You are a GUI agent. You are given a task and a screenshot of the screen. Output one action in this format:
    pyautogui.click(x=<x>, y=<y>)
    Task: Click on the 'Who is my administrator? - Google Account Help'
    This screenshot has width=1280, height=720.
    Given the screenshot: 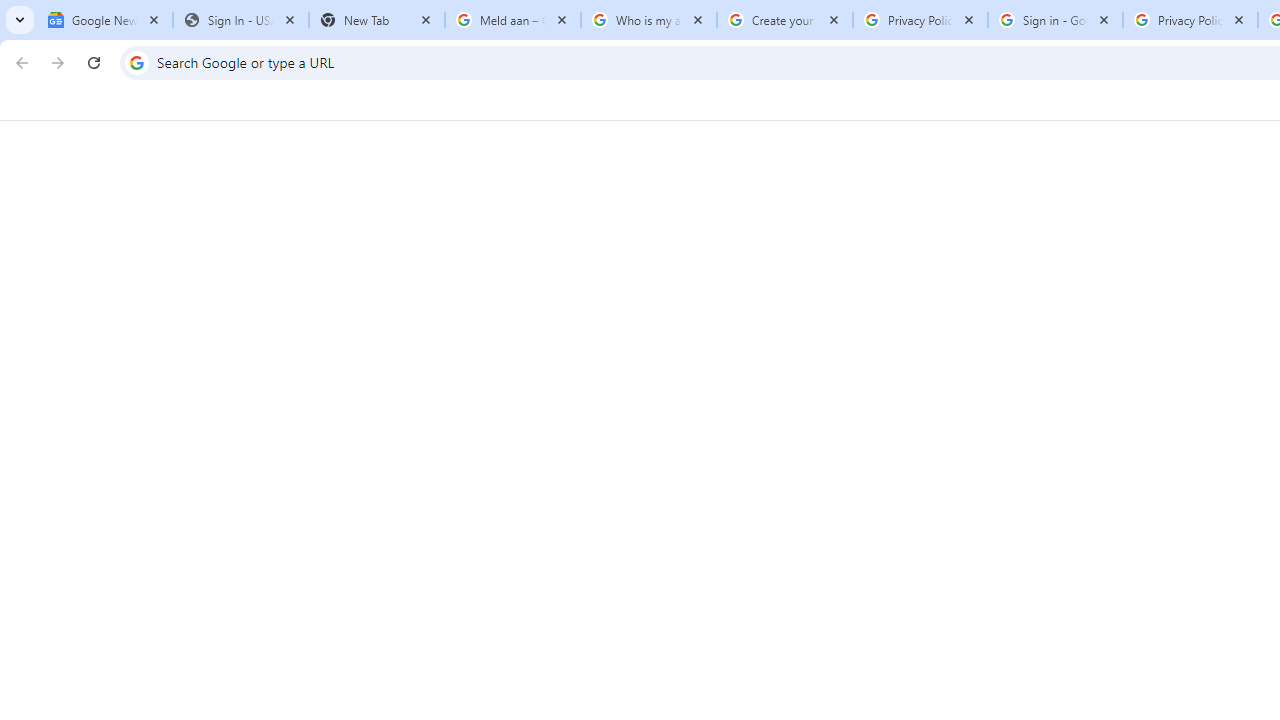 What is the action you would take?
    pyautogui.click(x=648, y=20)
    